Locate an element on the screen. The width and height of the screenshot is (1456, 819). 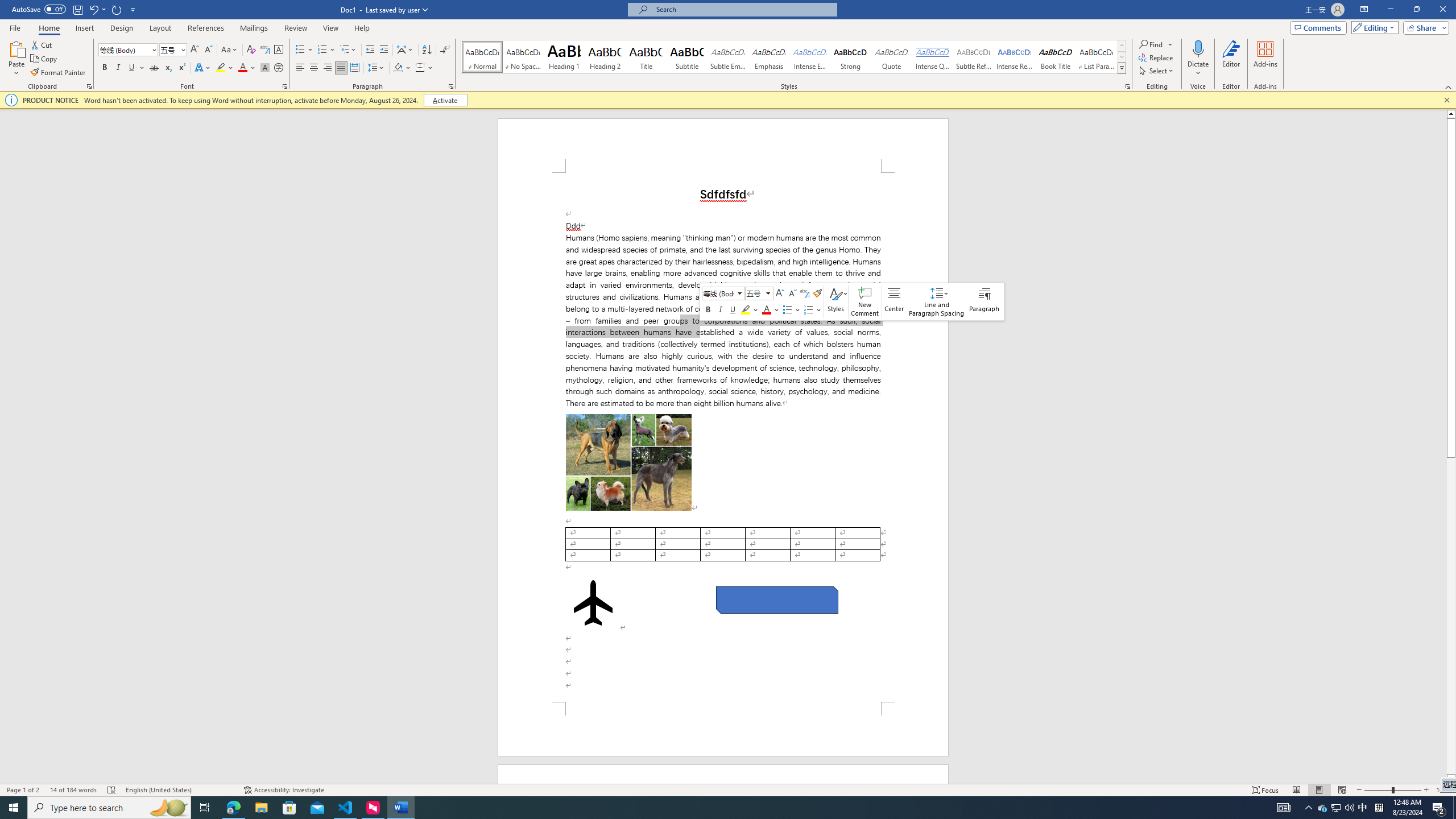
'Page Number Page 1 of 2' is located at coordinates (23, 790).